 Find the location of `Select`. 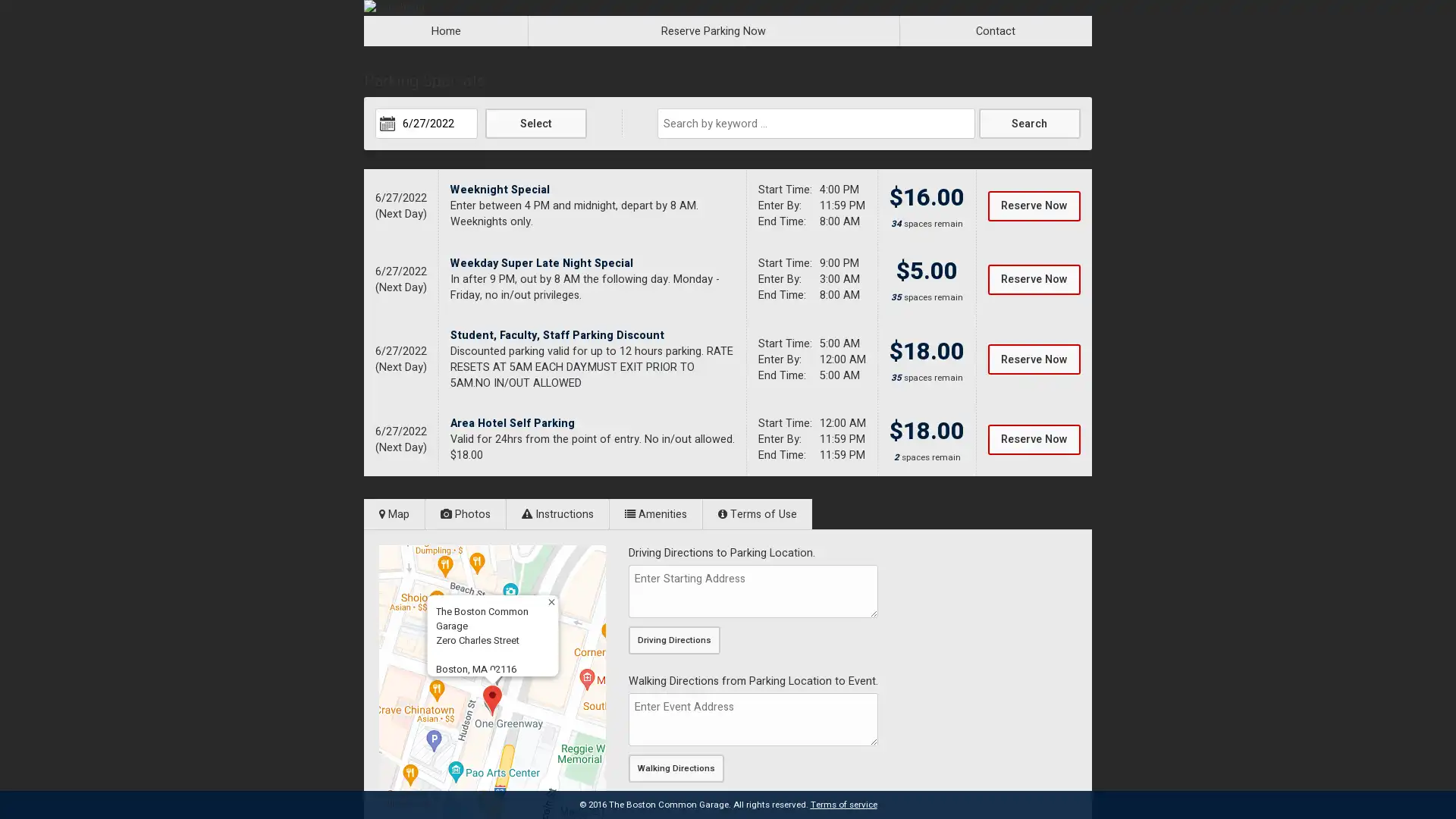

Select is located at coordinates (535, 122).